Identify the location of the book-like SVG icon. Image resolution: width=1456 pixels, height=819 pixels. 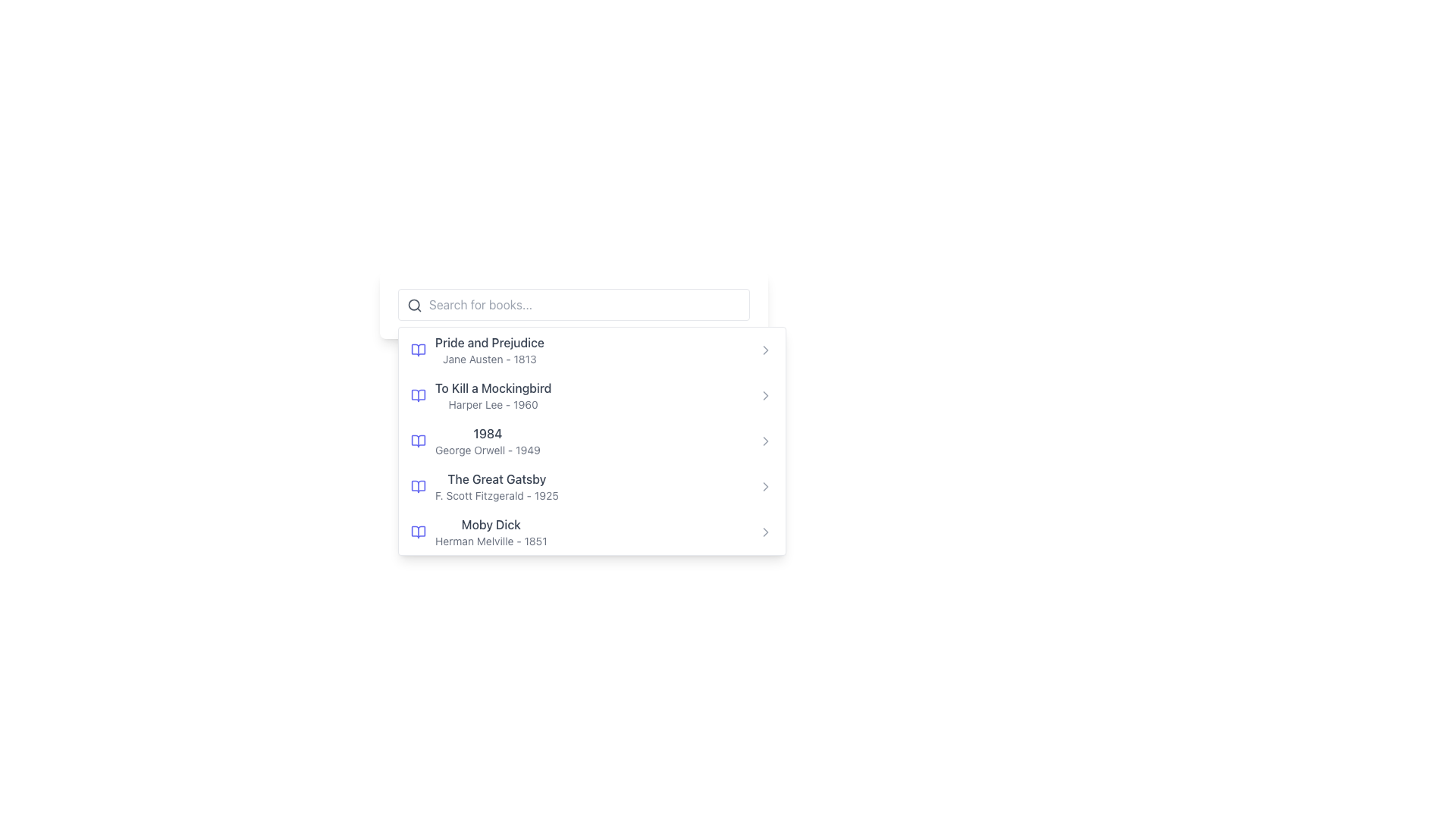
(419, 532).